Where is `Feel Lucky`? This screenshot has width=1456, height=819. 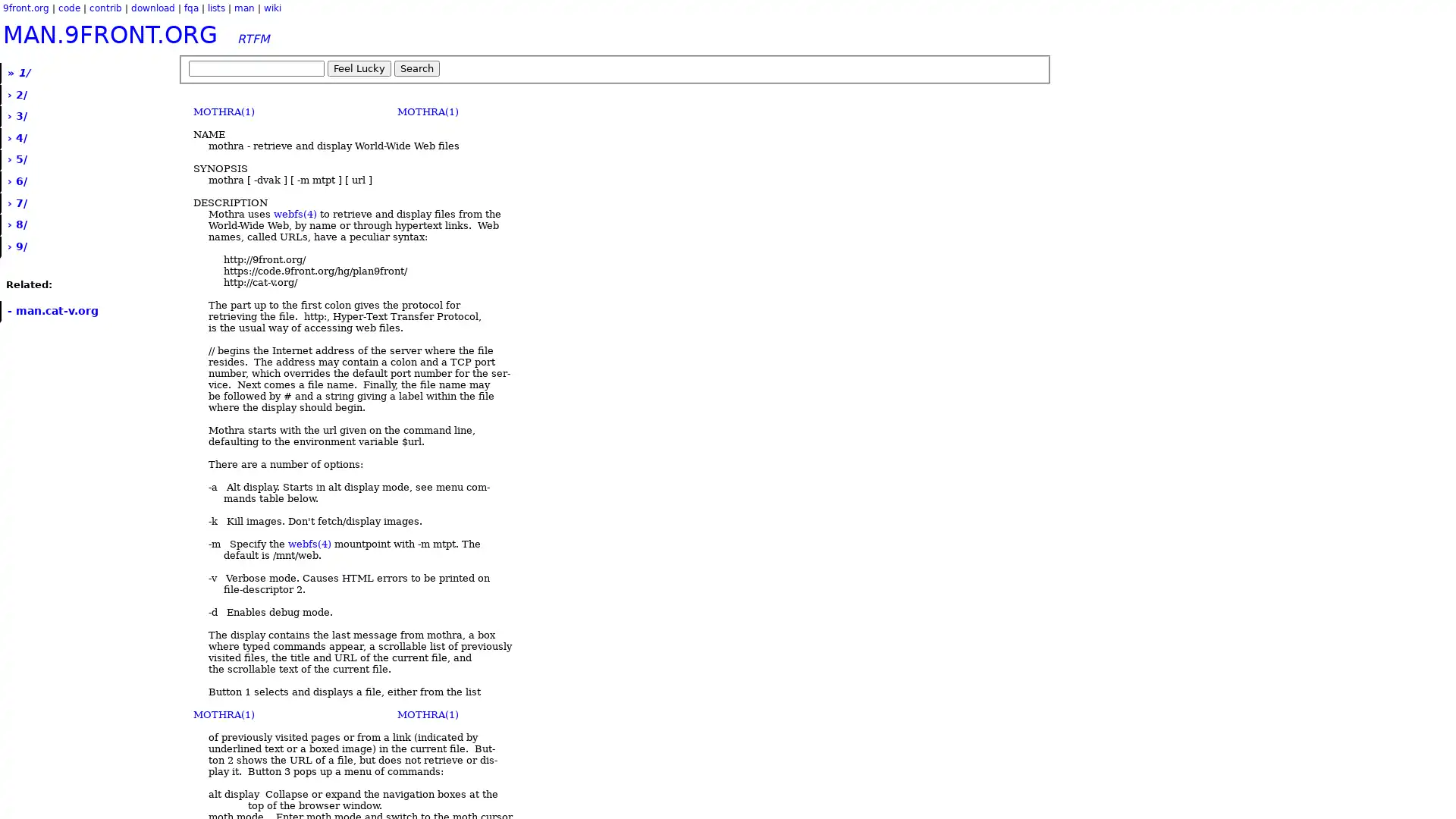 Feel Lucky is located at coordinates (359, 68).